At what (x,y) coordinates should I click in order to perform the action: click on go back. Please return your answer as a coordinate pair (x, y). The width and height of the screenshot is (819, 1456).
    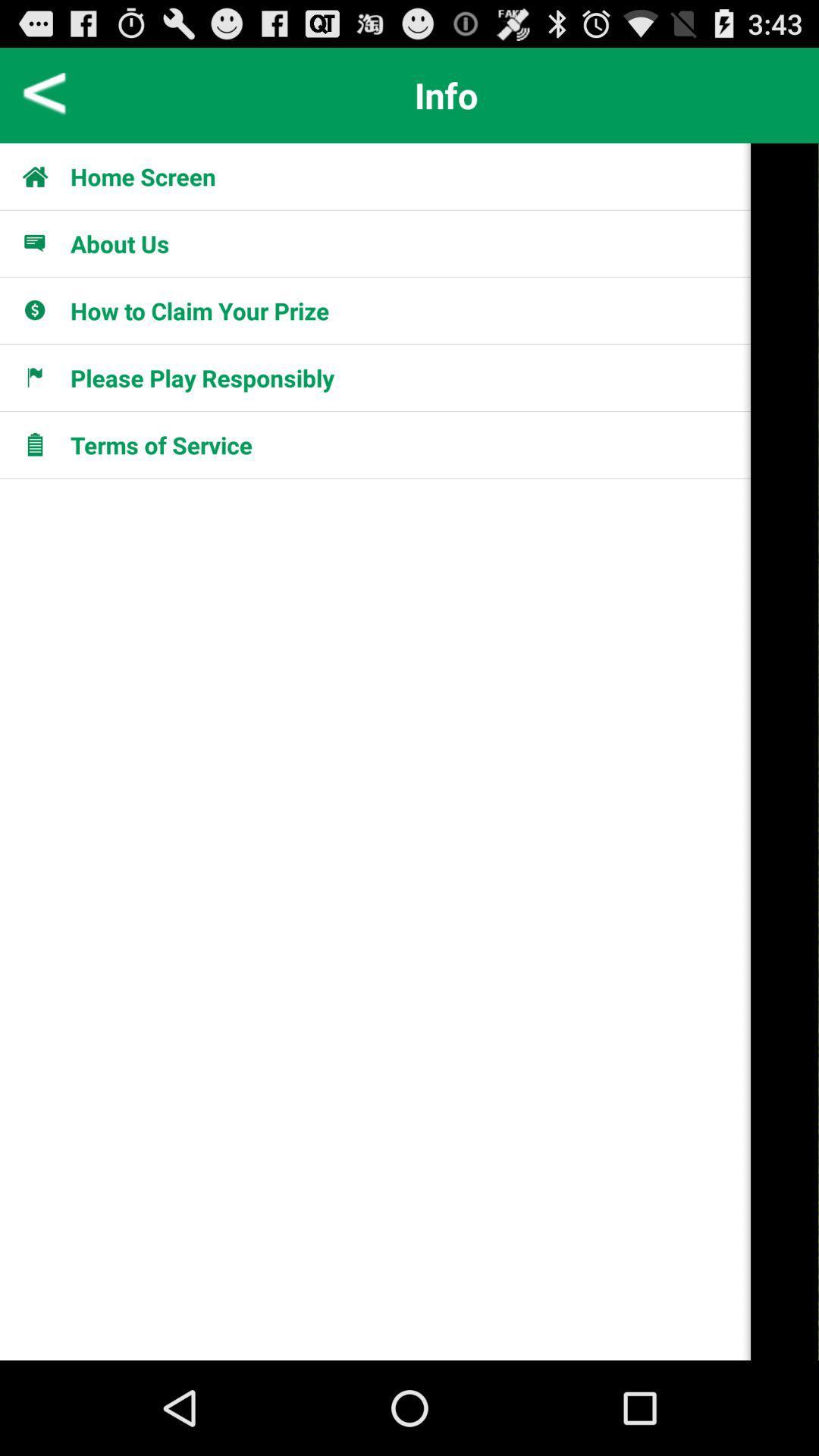
    Looking at the image, I should click on (44, 94).